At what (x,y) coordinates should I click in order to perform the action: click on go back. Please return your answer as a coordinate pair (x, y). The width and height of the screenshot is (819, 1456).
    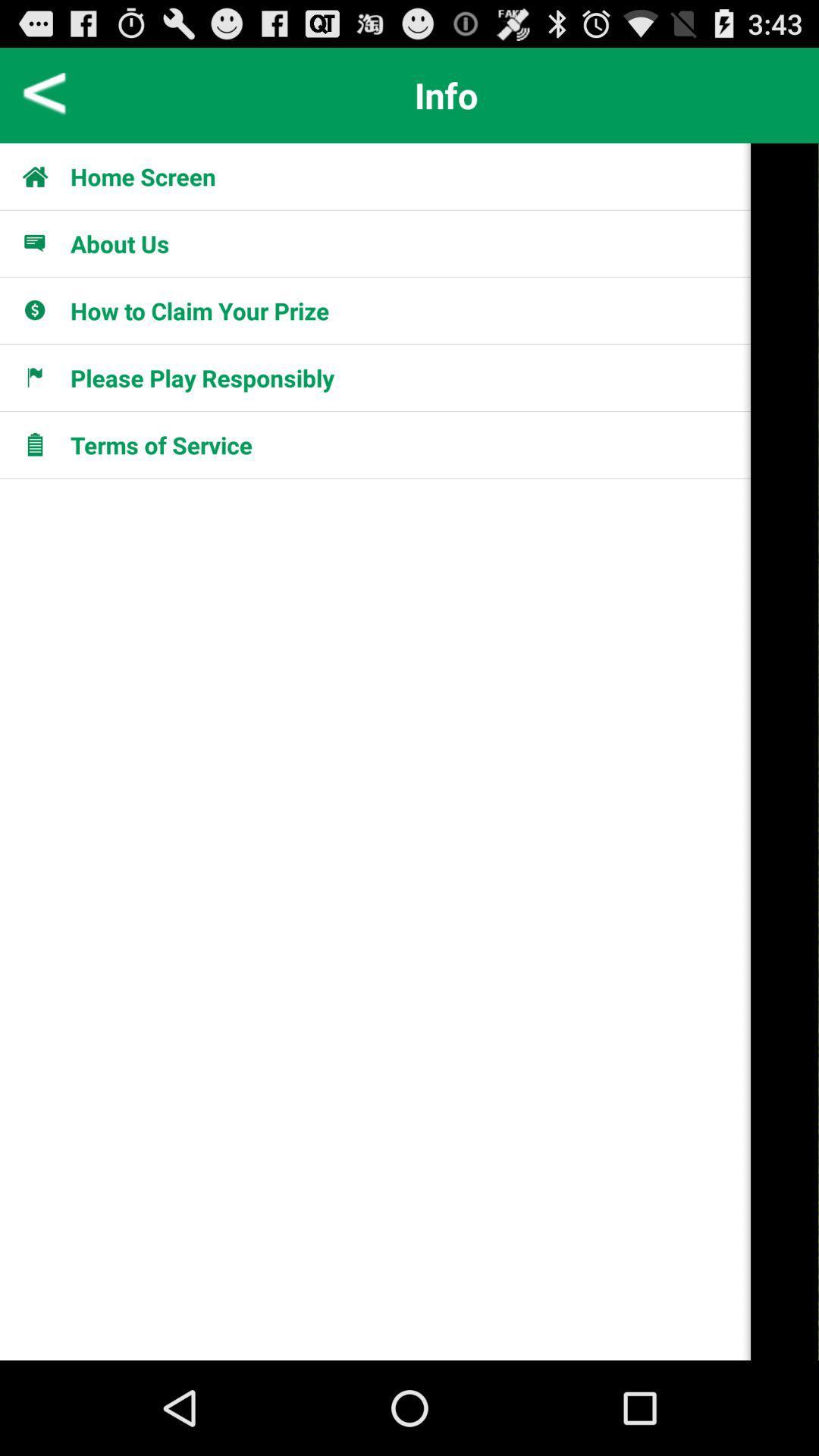
    Looking at the image, I should click on (44, 94).